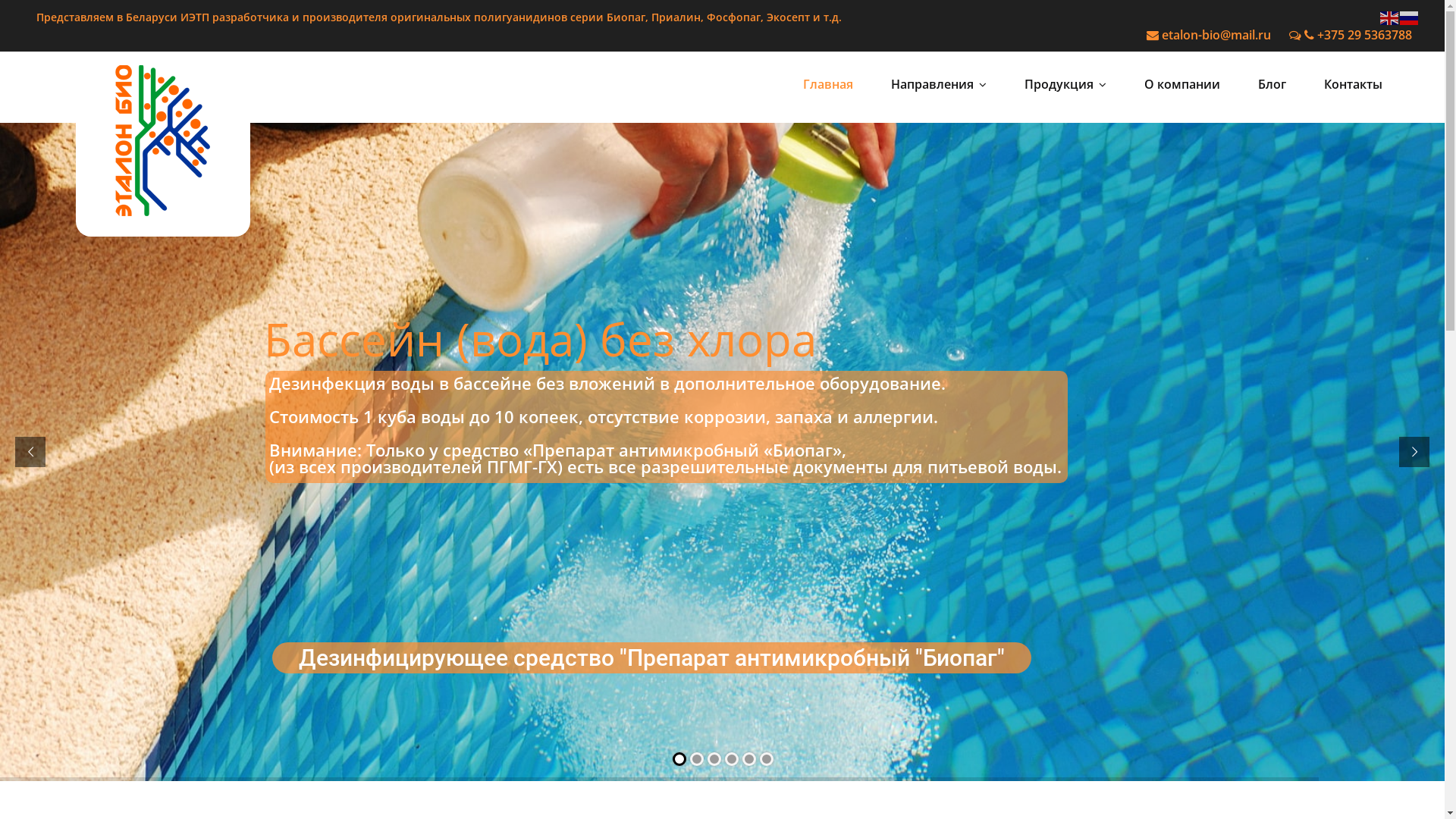  What do you see at coordinates (1399, 17) in the screenshot?
I see `'Russian'` at bounding box center [1399, 17].